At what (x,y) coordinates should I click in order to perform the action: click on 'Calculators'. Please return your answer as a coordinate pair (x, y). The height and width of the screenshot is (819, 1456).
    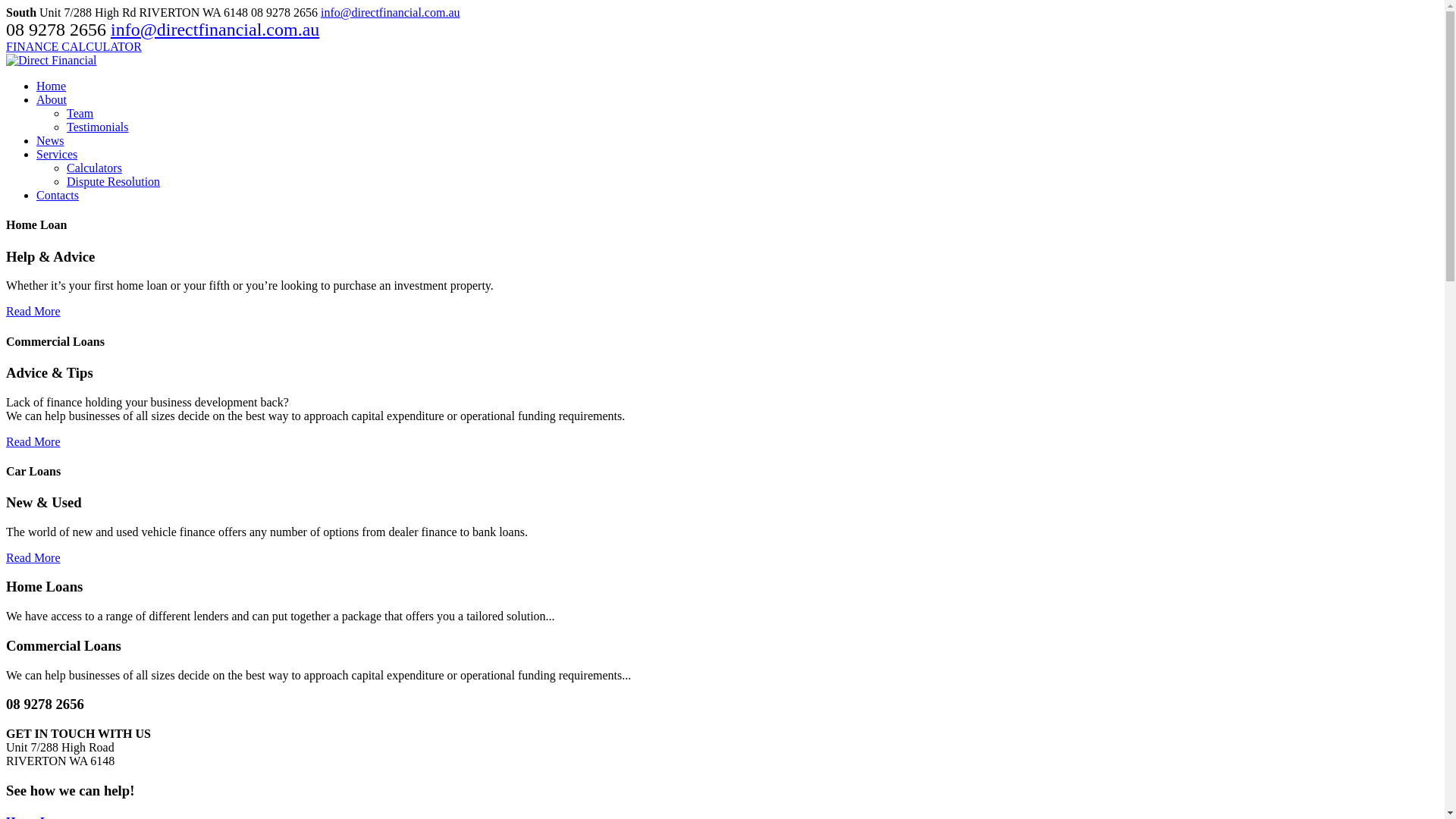
    Looking at the image, I should click on (93, 168).